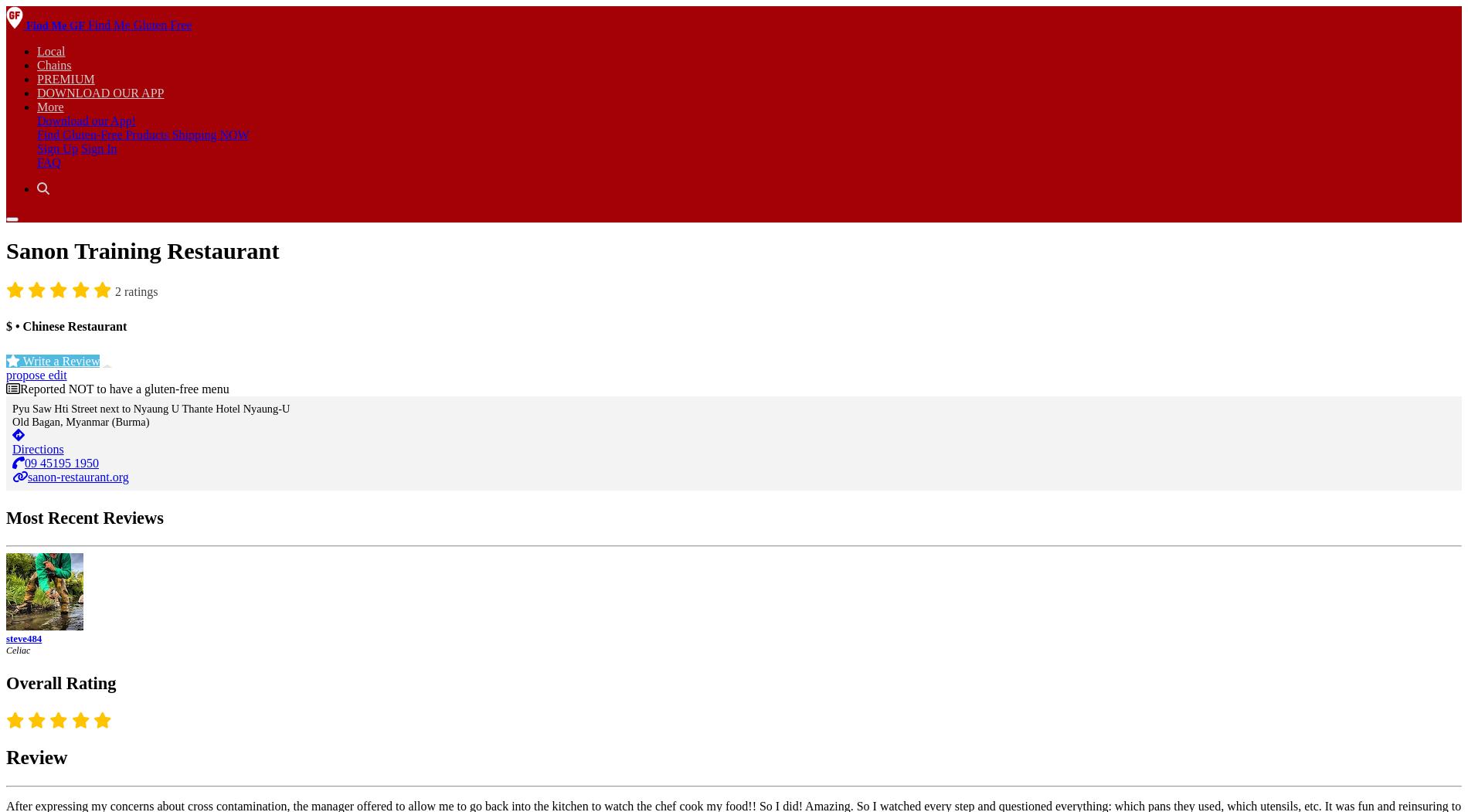 The width and height of the screenshot is (1468, 812). What do you see at coordinates (65, 79) in the screenshot?
I see `'PREMIUM'` at bounding box center [65, 79].